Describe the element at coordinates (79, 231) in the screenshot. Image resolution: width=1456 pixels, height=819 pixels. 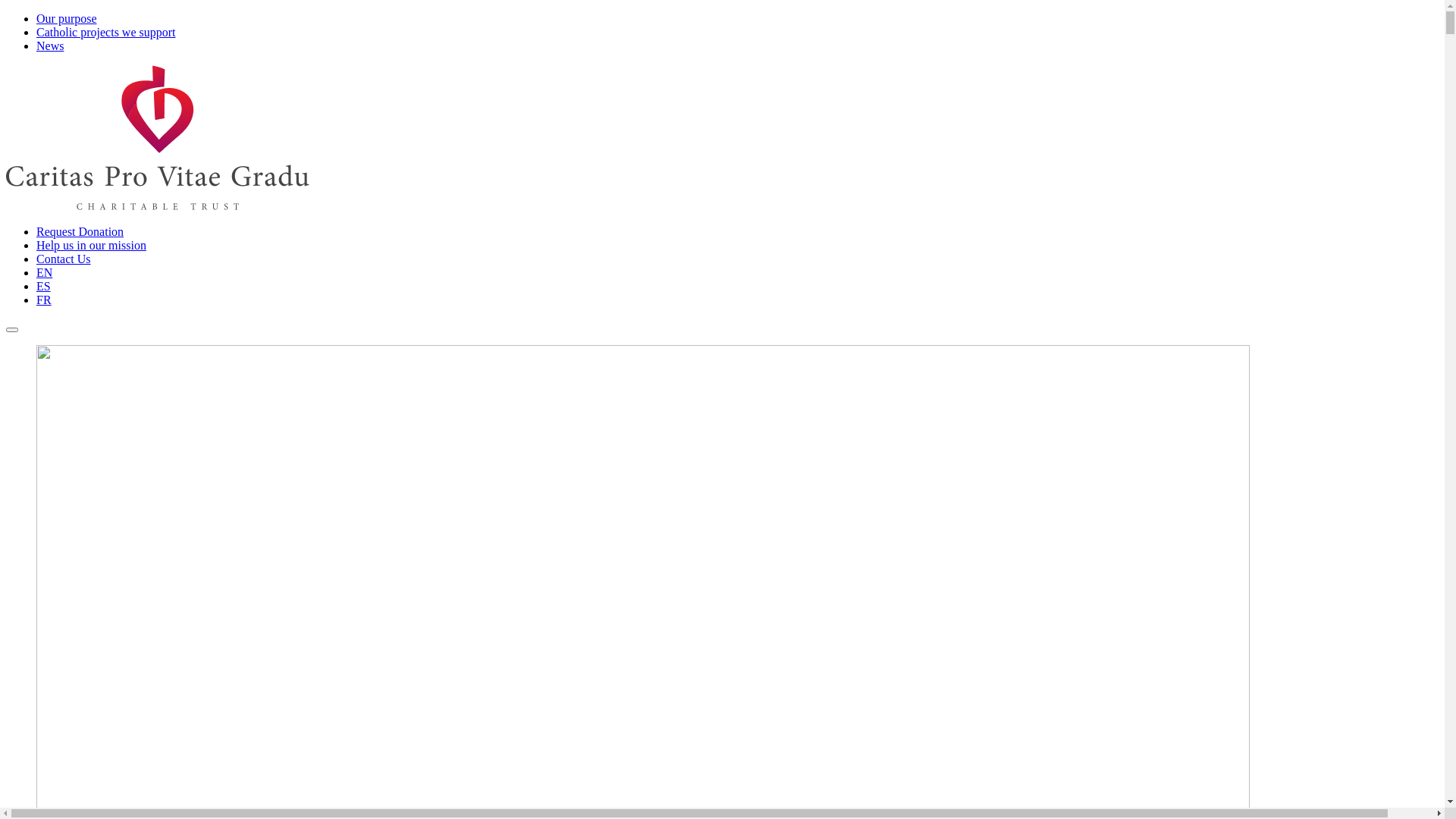
I see `'Request Donation'` at that location.